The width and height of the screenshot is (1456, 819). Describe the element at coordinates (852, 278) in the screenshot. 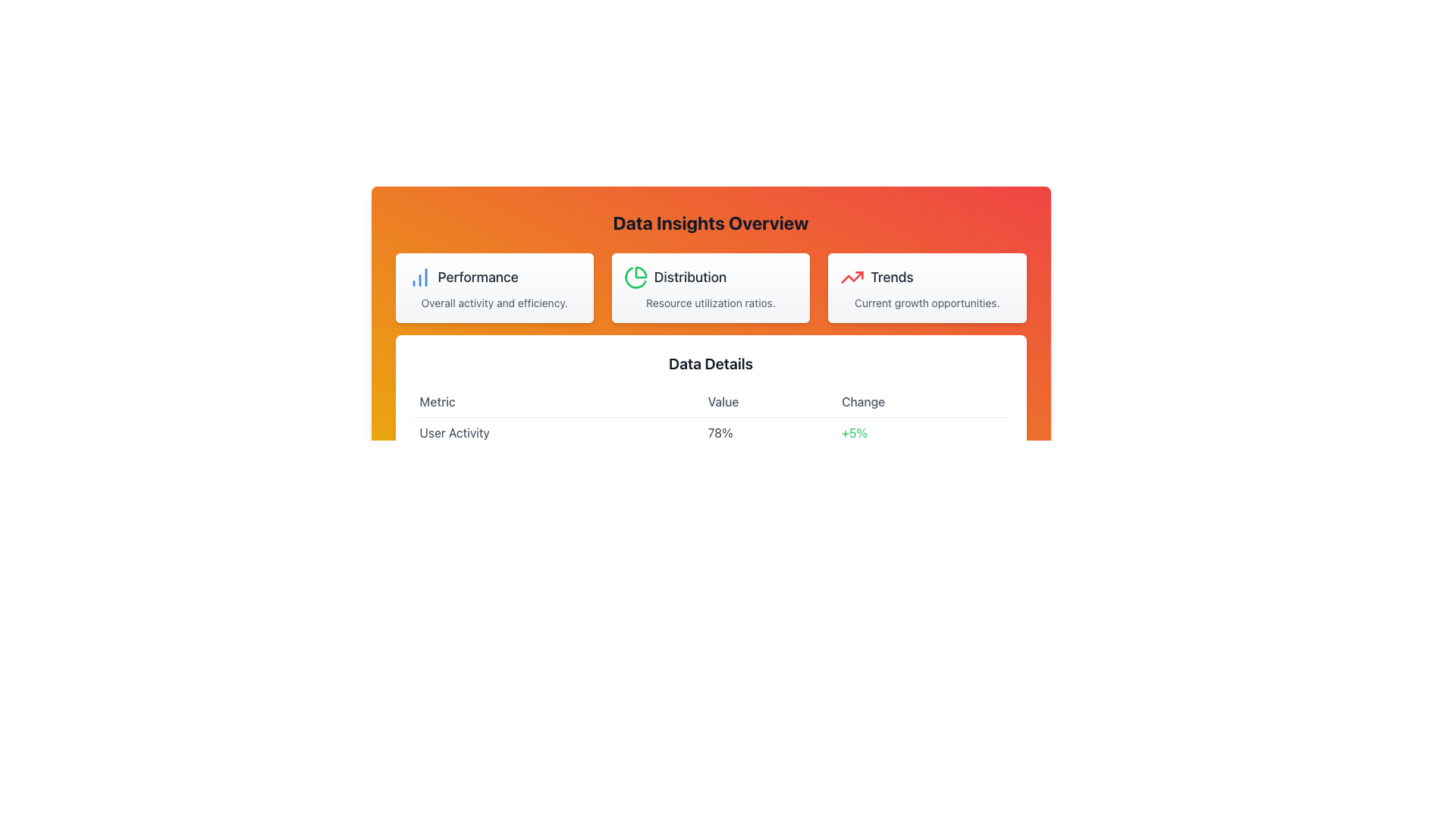

I see `the growth or improvement trends icon located in the upper-right corner of the main panel, adjacent to the 'Trends' text` at that location.